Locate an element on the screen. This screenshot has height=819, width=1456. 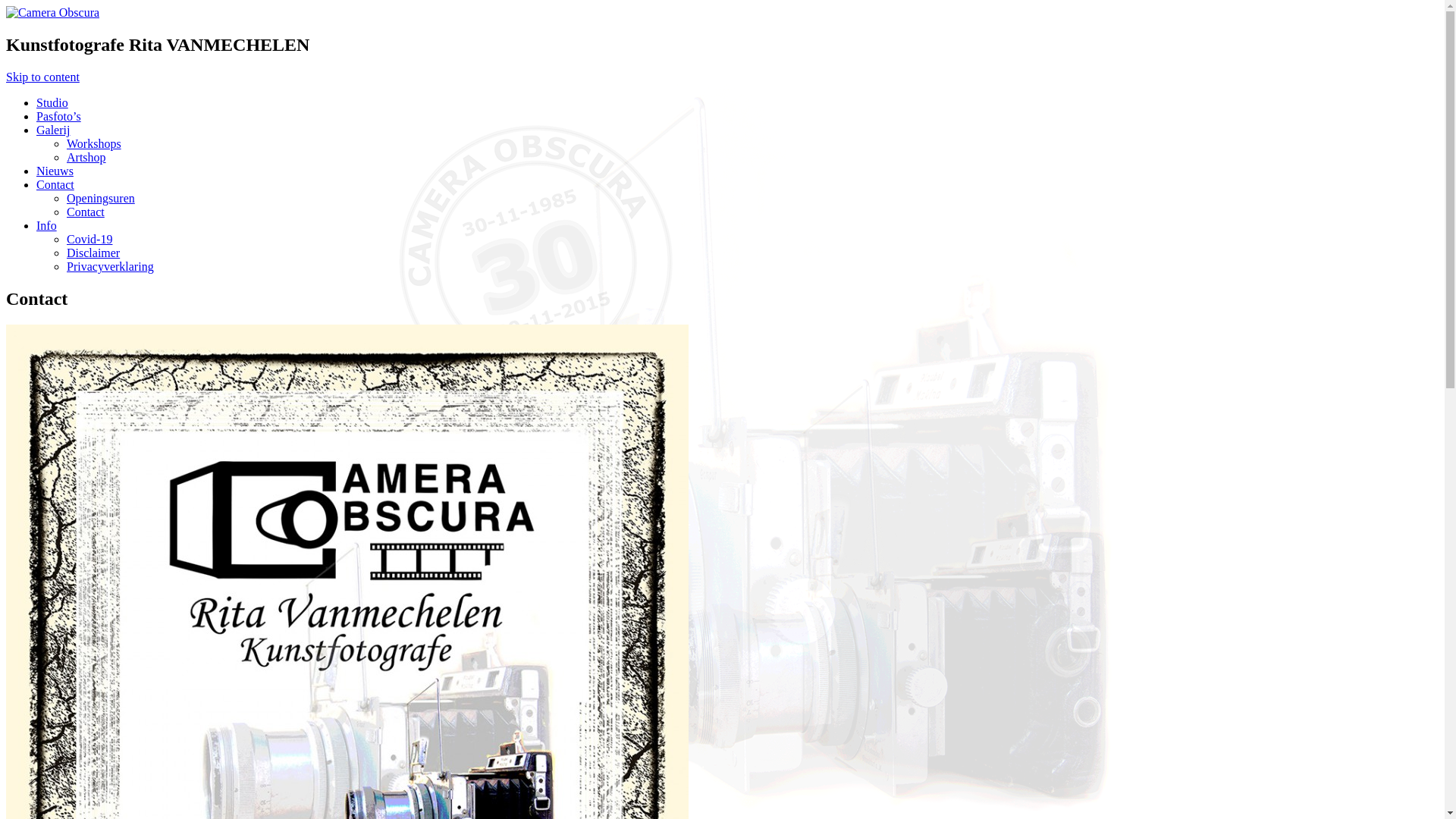
'Contact' is located at coordinates (36, 184).